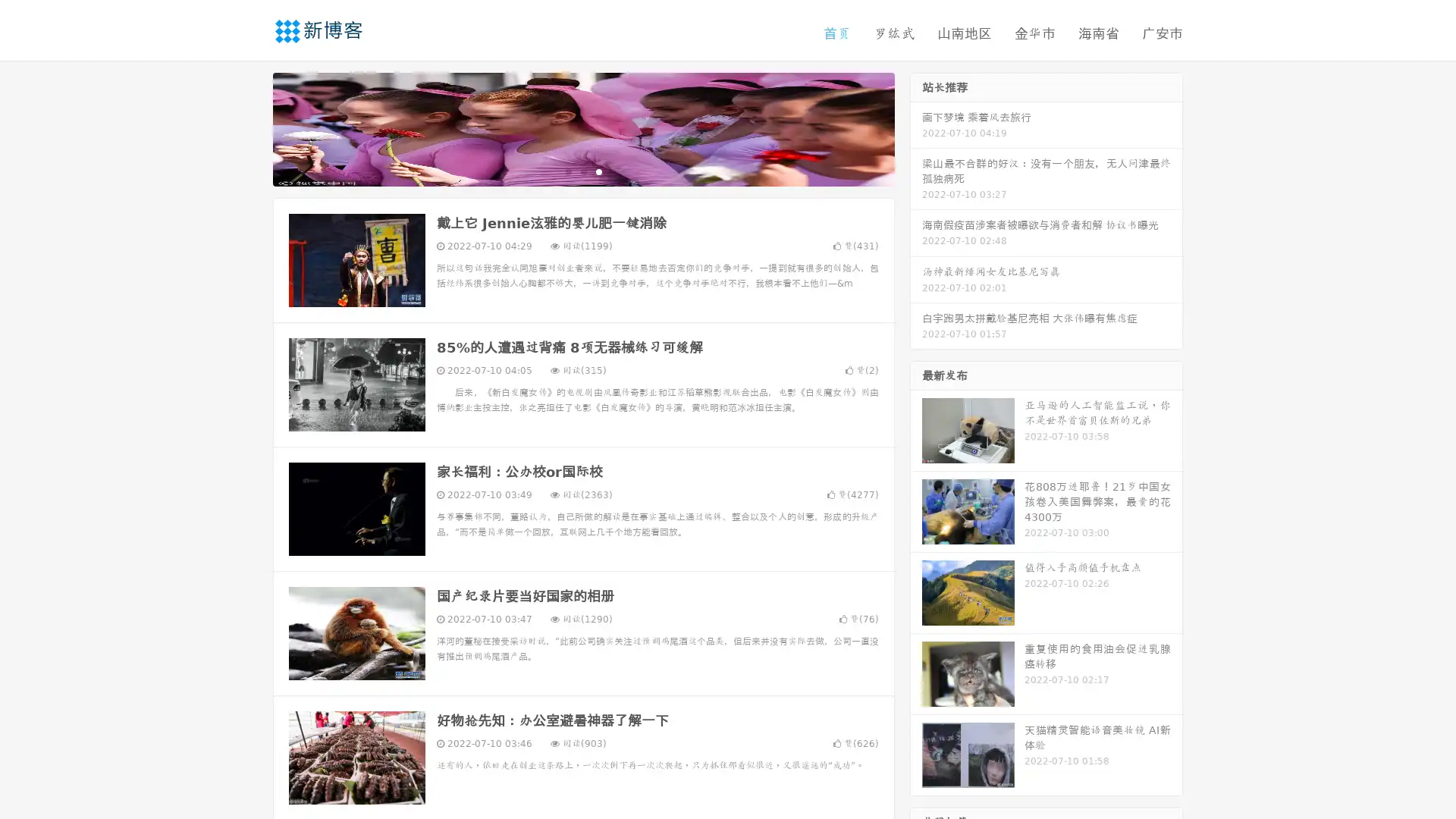 Image resolution: width=1456 pixels, height=819 pixels. What do you see at coordinates (916, 127) in the screenshot?
I see `Next slide` at bounding box center [916, 127].